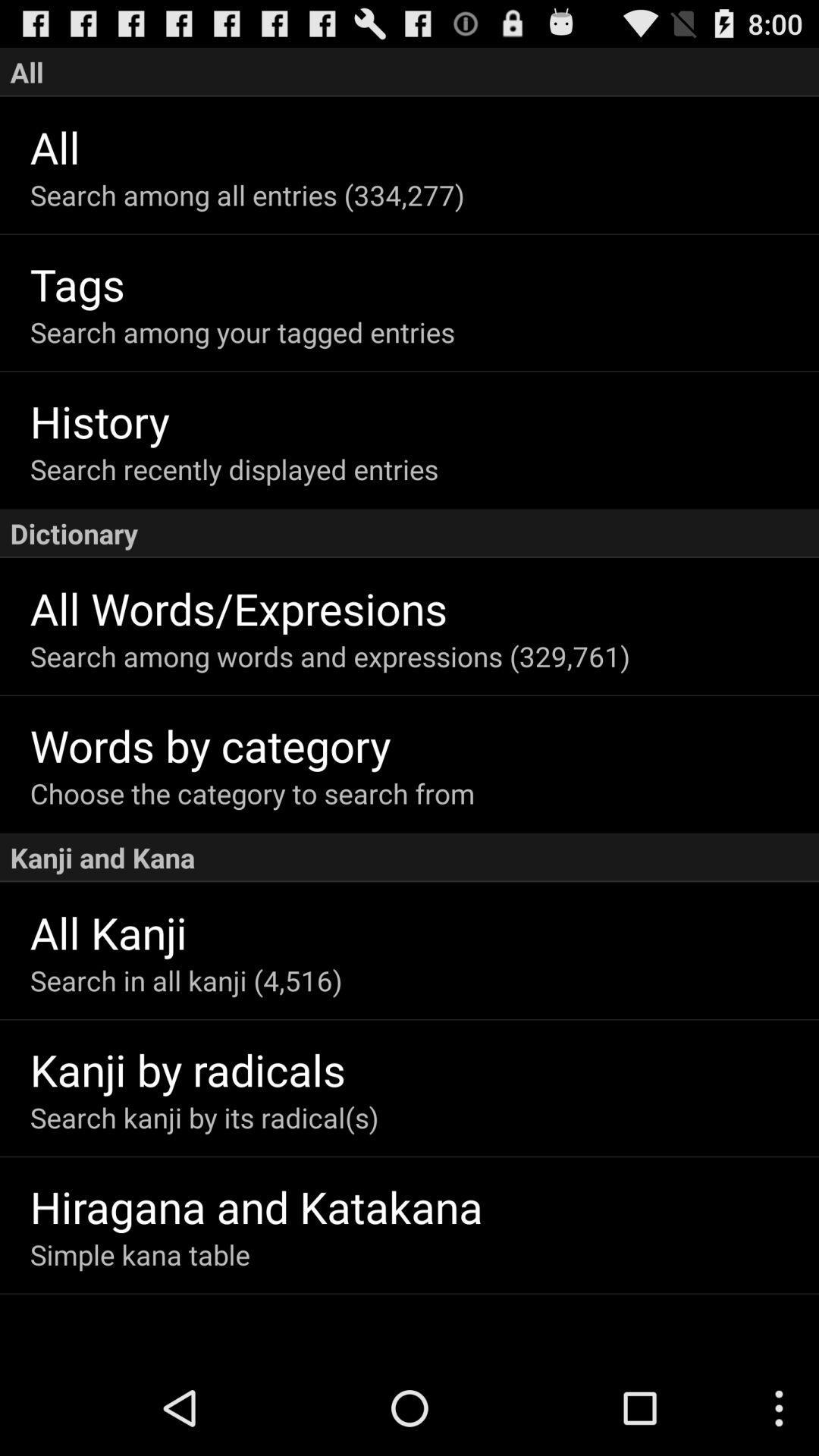 The height and width of the screenshot is (1456, 819). What do you see at coordinates (424, 745) in the screenshot?
I see `icon below the search among words app` at bounding box center [424, 745].